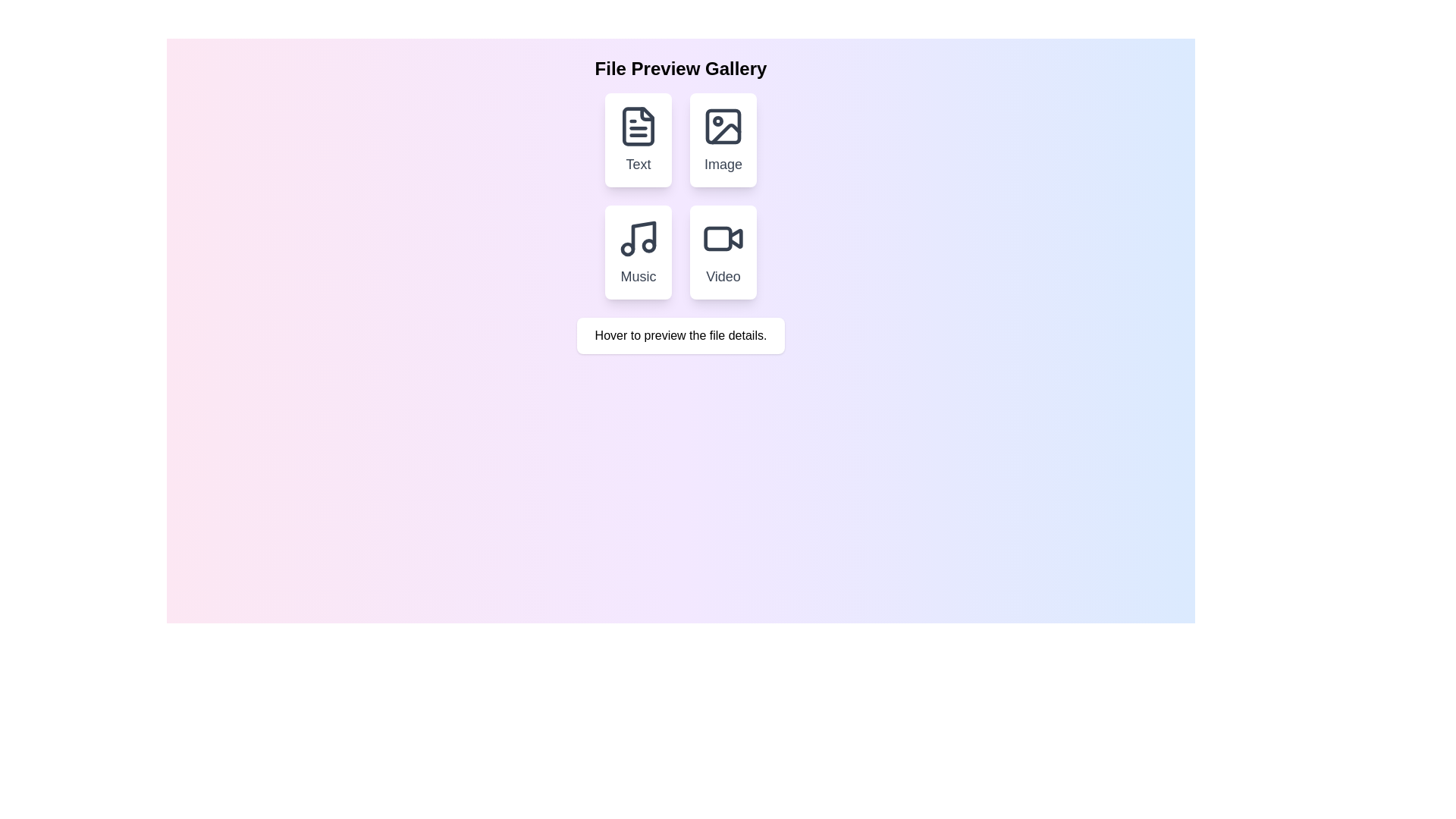 Image resolution: width=1456 pixels, height=819 pixels. What do you see at coordinates (723, 125) in the screenshot?
I see `the icon representing an image file located at the top of the 'Image' card in the second slot of the 2x2 grid layout` at bounding box center [723, 125].